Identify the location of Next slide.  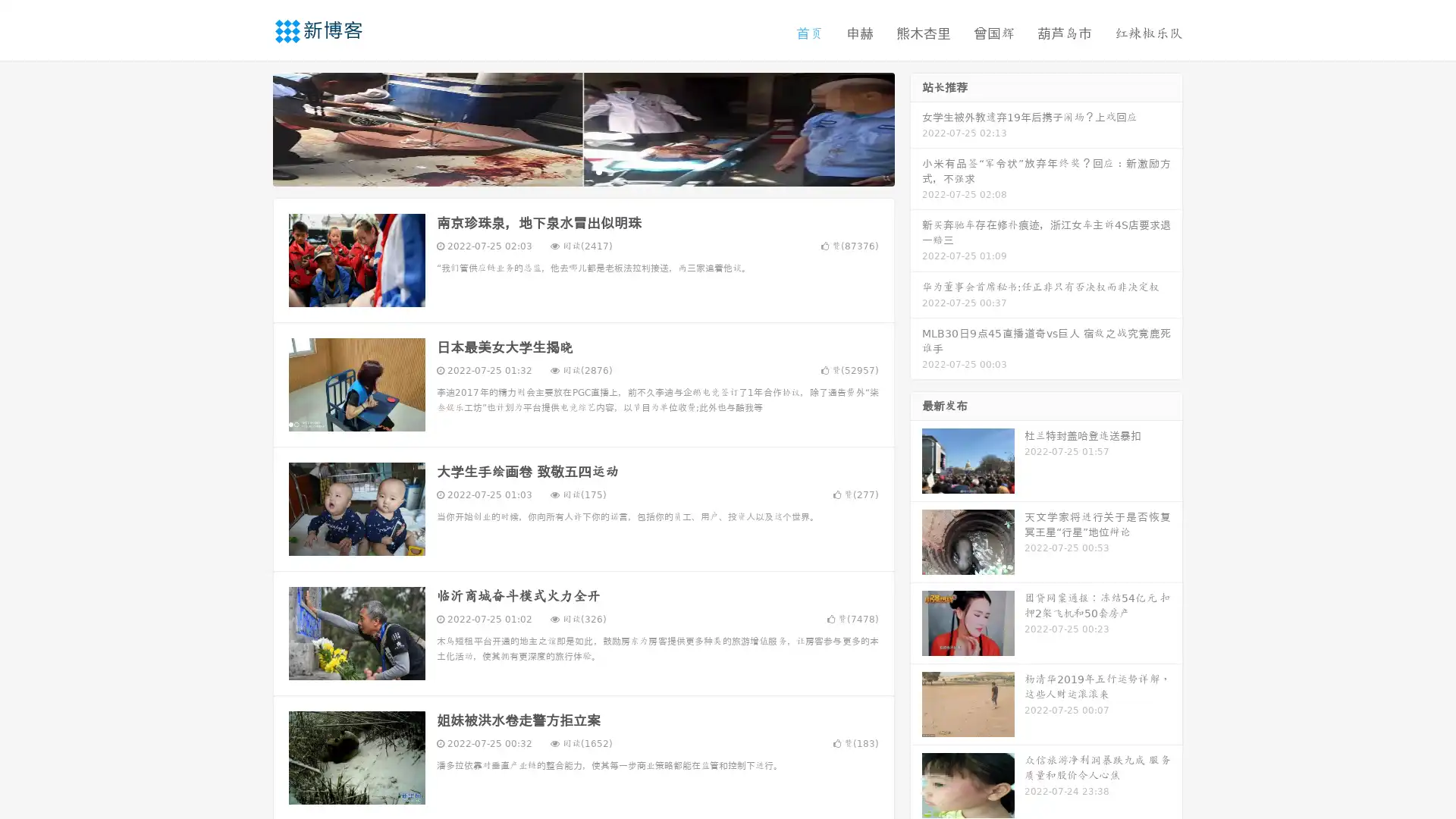
(916, 127).